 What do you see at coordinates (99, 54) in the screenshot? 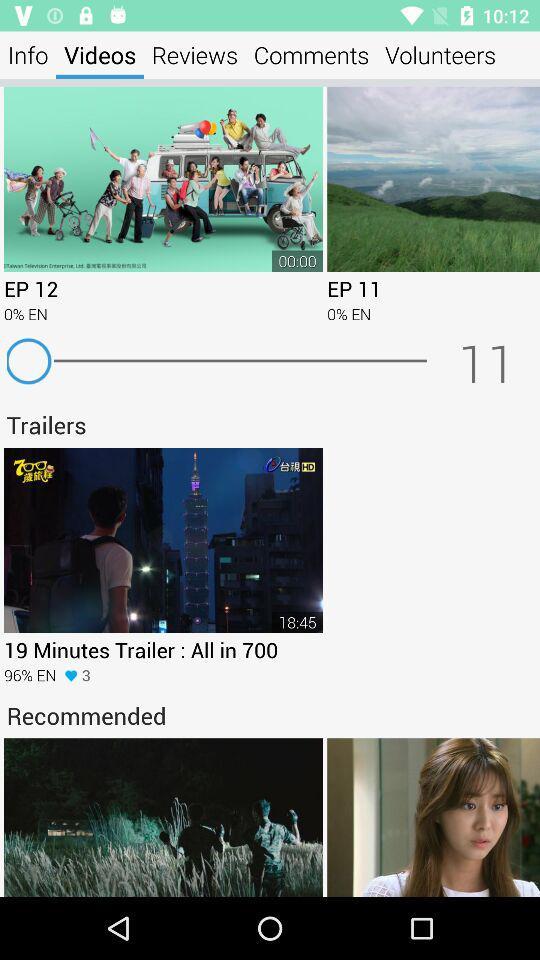
I see `item to the right of info app` at bounding box center [99, 54].